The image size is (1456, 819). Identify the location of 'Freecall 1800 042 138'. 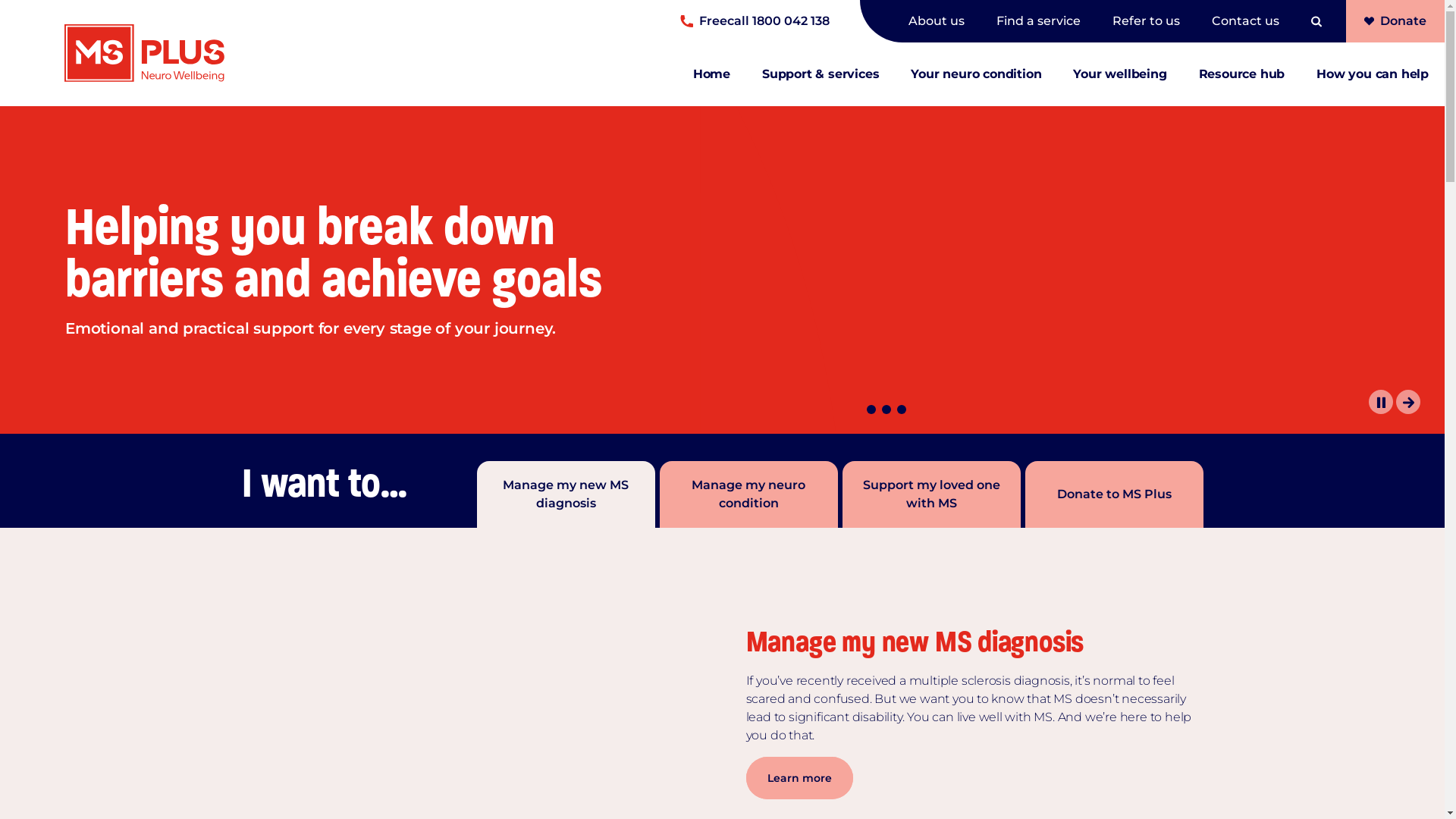
(679, 20).